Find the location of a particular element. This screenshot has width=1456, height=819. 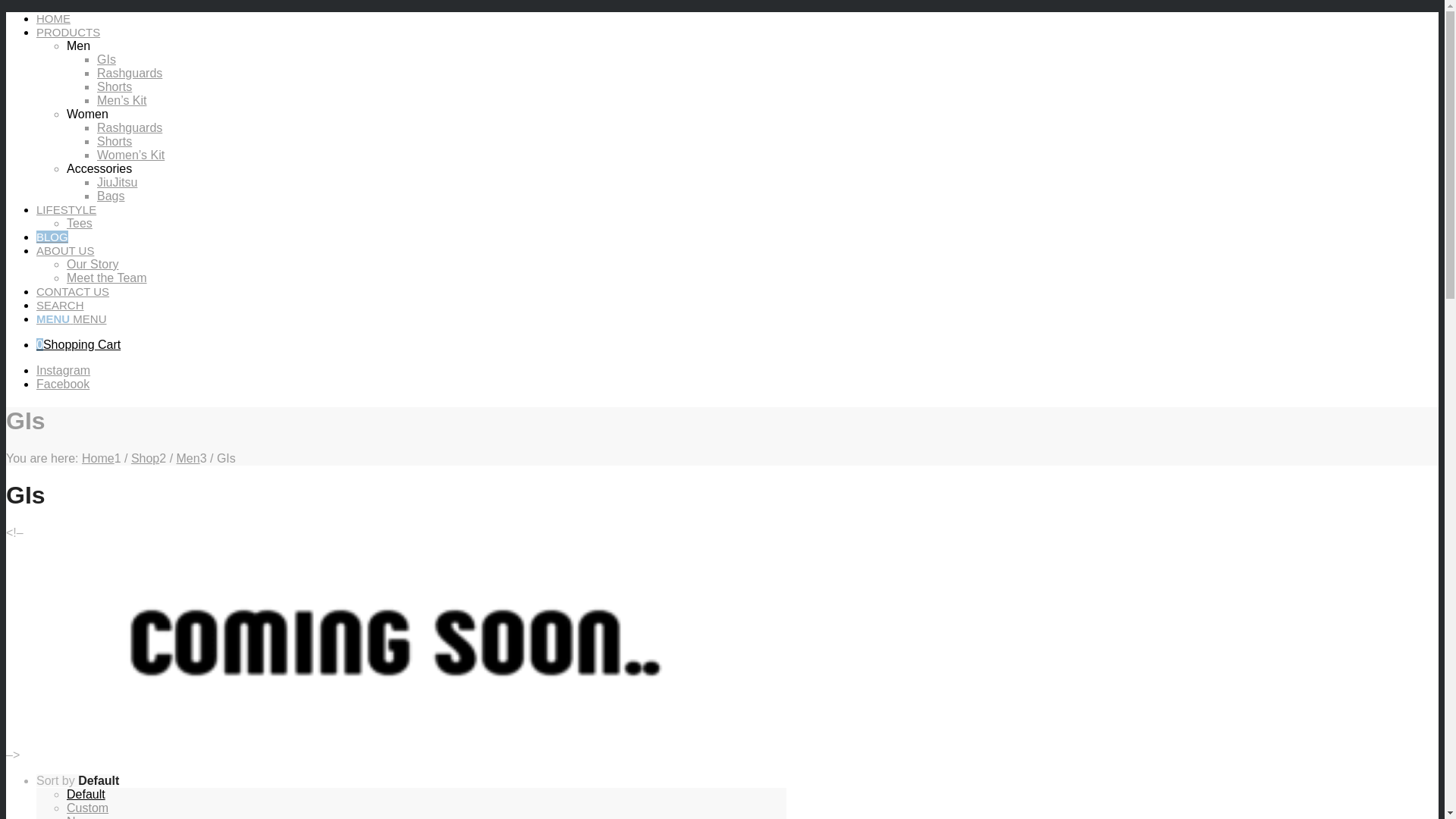

'LIFESTYLE' is located at coordinates (65, 209).